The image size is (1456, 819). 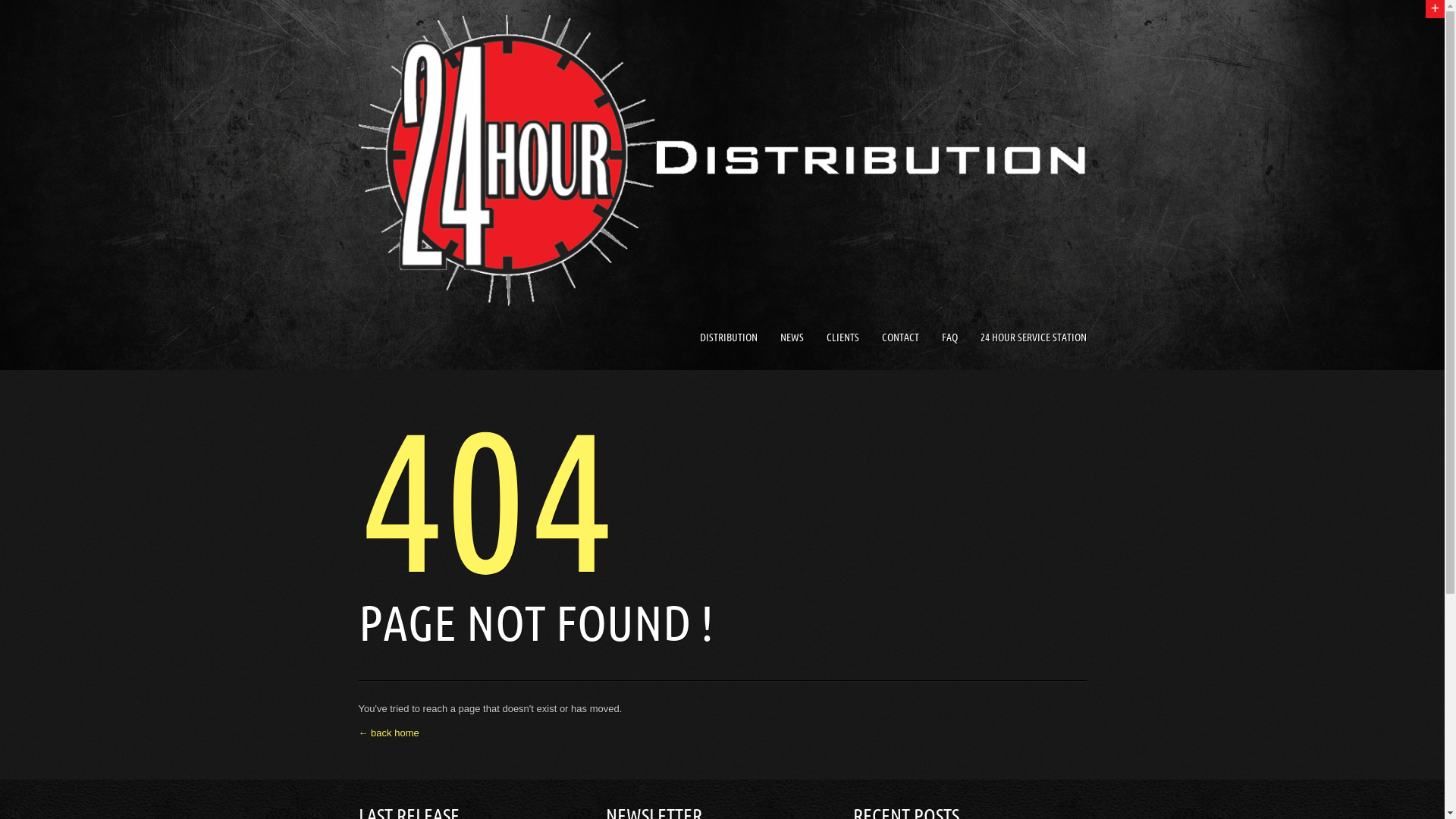 I want to click on 'CLIENTS', so click(x=842, y=337).